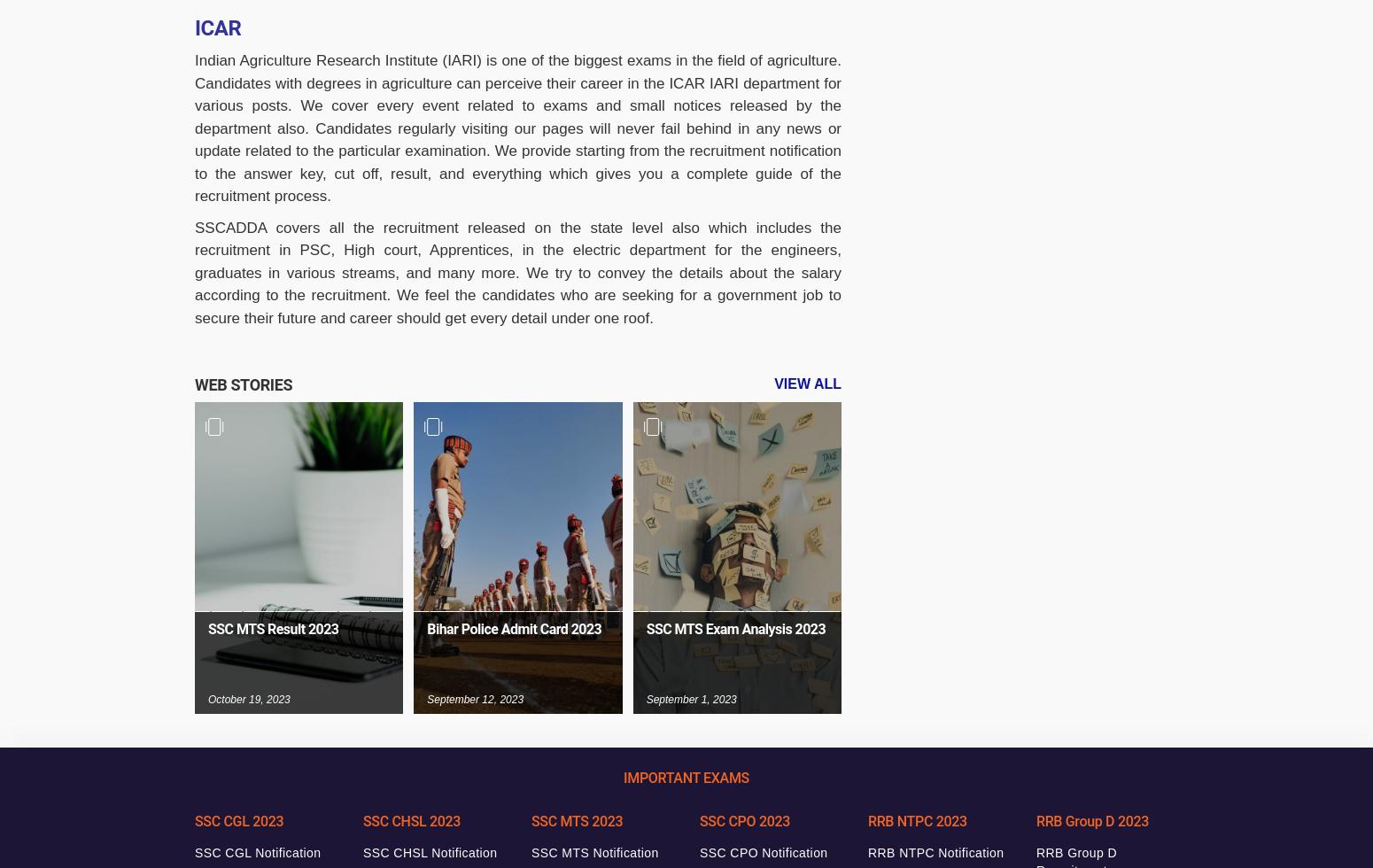  Describe the element at coordinates (362, 853) in the screenshot. I see `'SSC CHSL Notification'` at that location.